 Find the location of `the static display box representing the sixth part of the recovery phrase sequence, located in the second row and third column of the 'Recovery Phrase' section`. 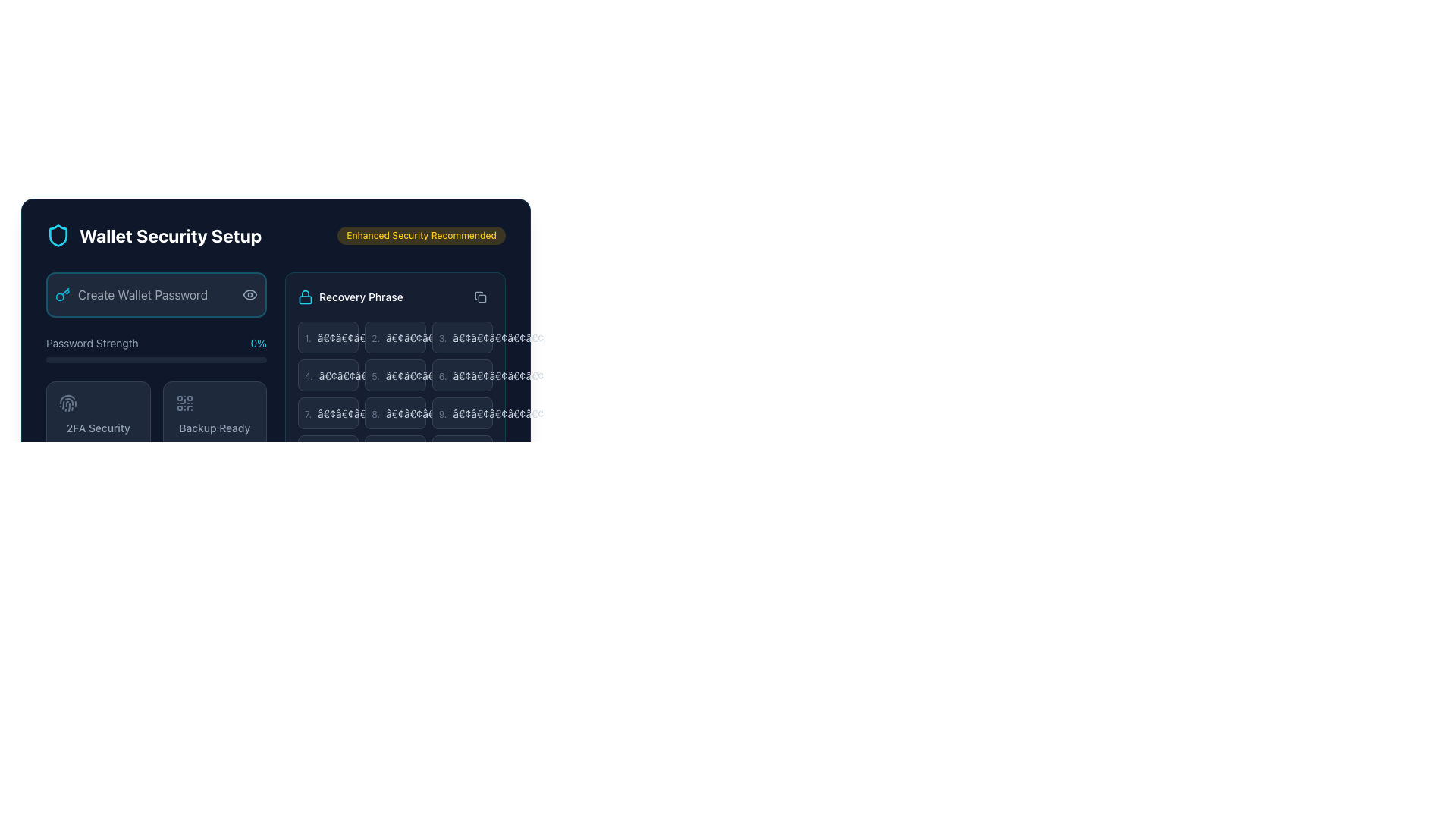

the static display box representing the sixth part of the recovery phrase sequence, located in the second row and third column of the 'Recovery Phrase' section is located at coordinates (461, 375).